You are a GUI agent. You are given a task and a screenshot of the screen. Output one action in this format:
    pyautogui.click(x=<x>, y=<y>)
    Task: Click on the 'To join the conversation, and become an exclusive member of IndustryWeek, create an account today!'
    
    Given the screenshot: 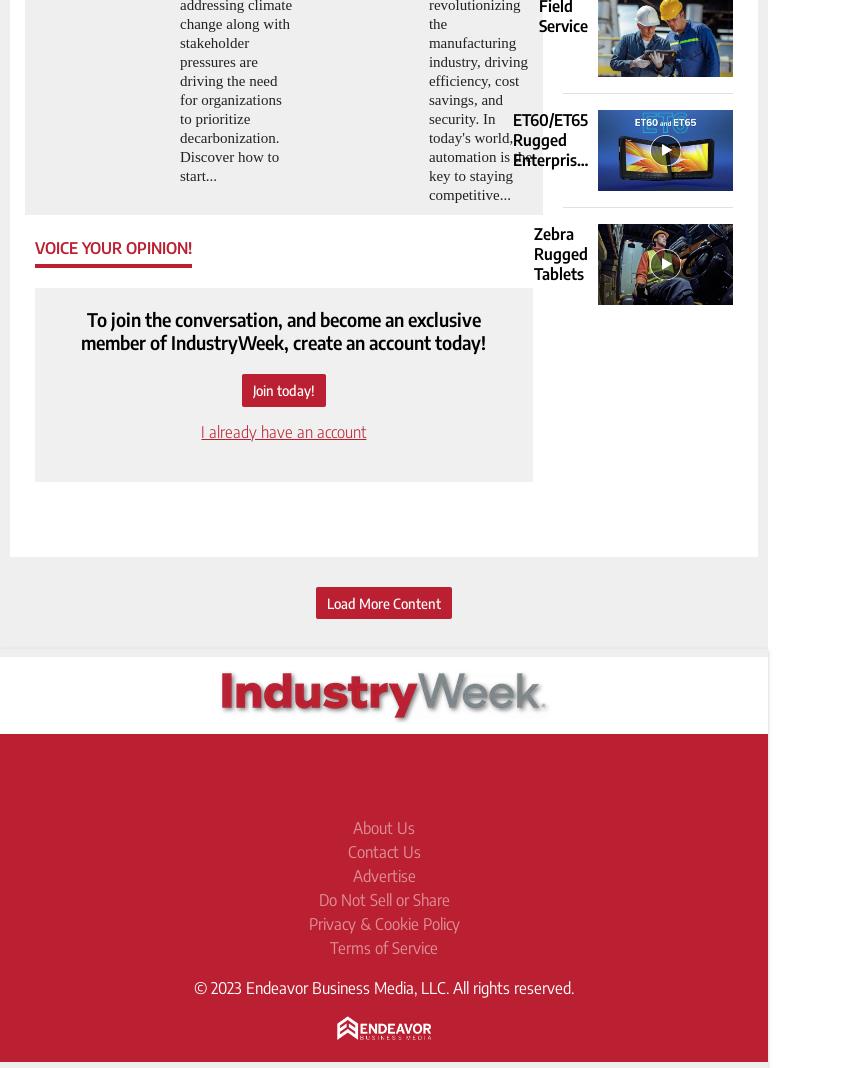 What is the action you would take?
    pyautogui.click(x=282, y=329)
    